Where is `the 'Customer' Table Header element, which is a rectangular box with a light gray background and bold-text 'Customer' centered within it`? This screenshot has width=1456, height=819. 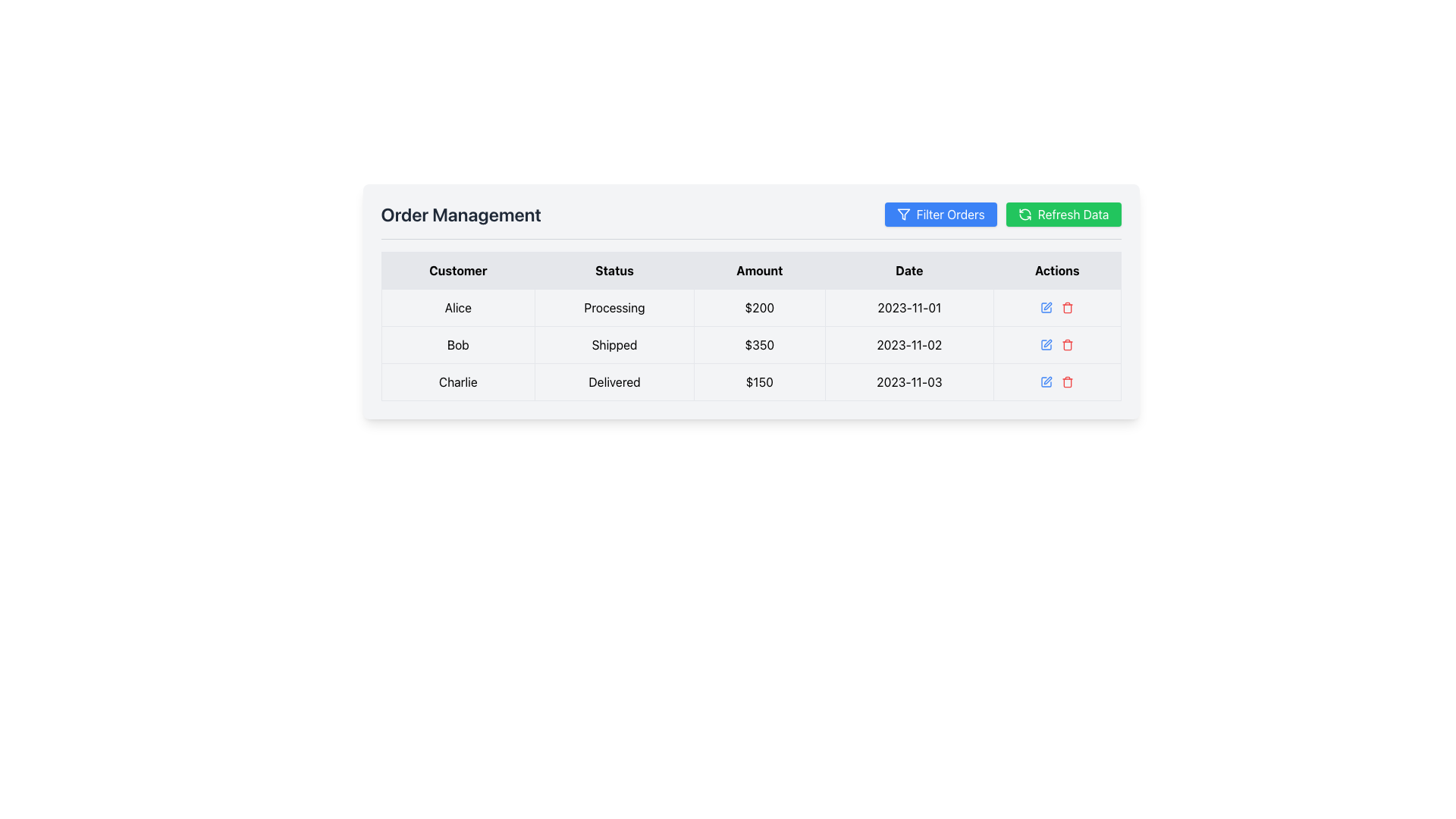 the 'Customer' Table Header element, which is a rectangular box with a light gray background and bold-text 'Customer' centered within it is located at coordinates (457, 270).